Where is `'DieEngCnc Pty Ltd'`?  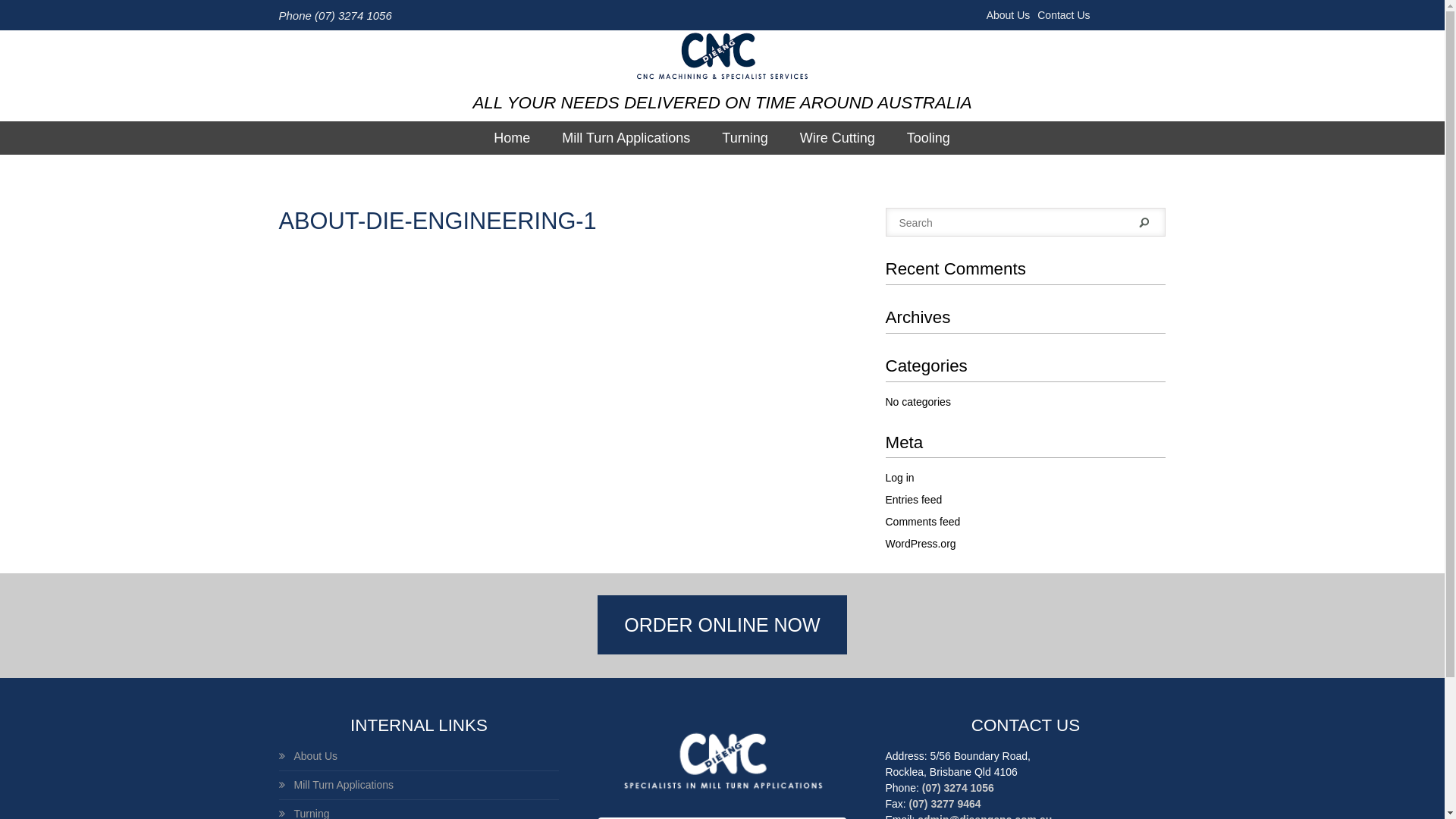 'DieEngCnc Pty Ltd' is located at coordinates (721, 57).